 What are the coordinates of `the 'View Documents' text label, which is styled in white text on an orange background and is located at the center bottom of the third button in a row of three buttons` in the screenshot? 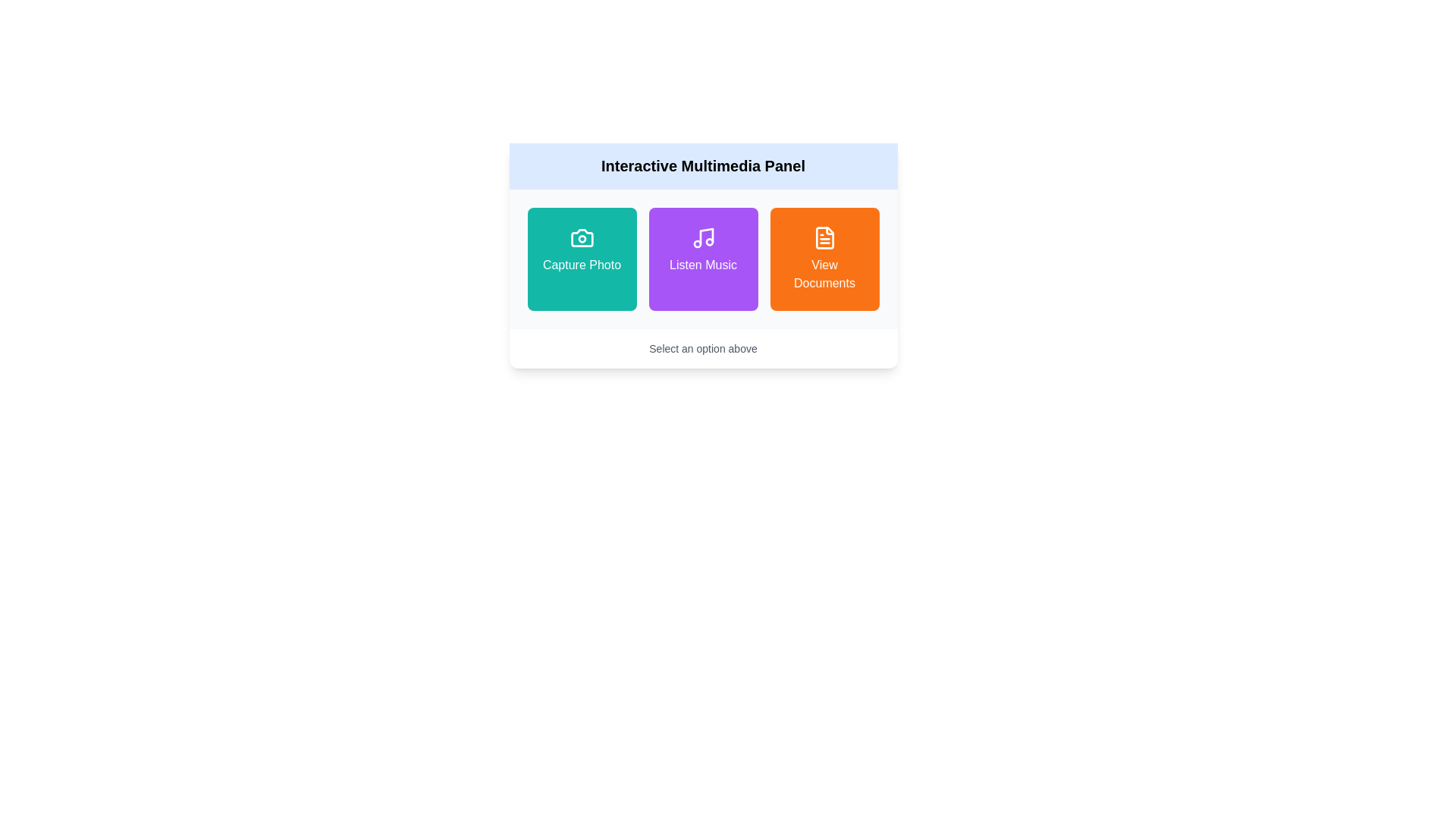 It's located at (824, 275).